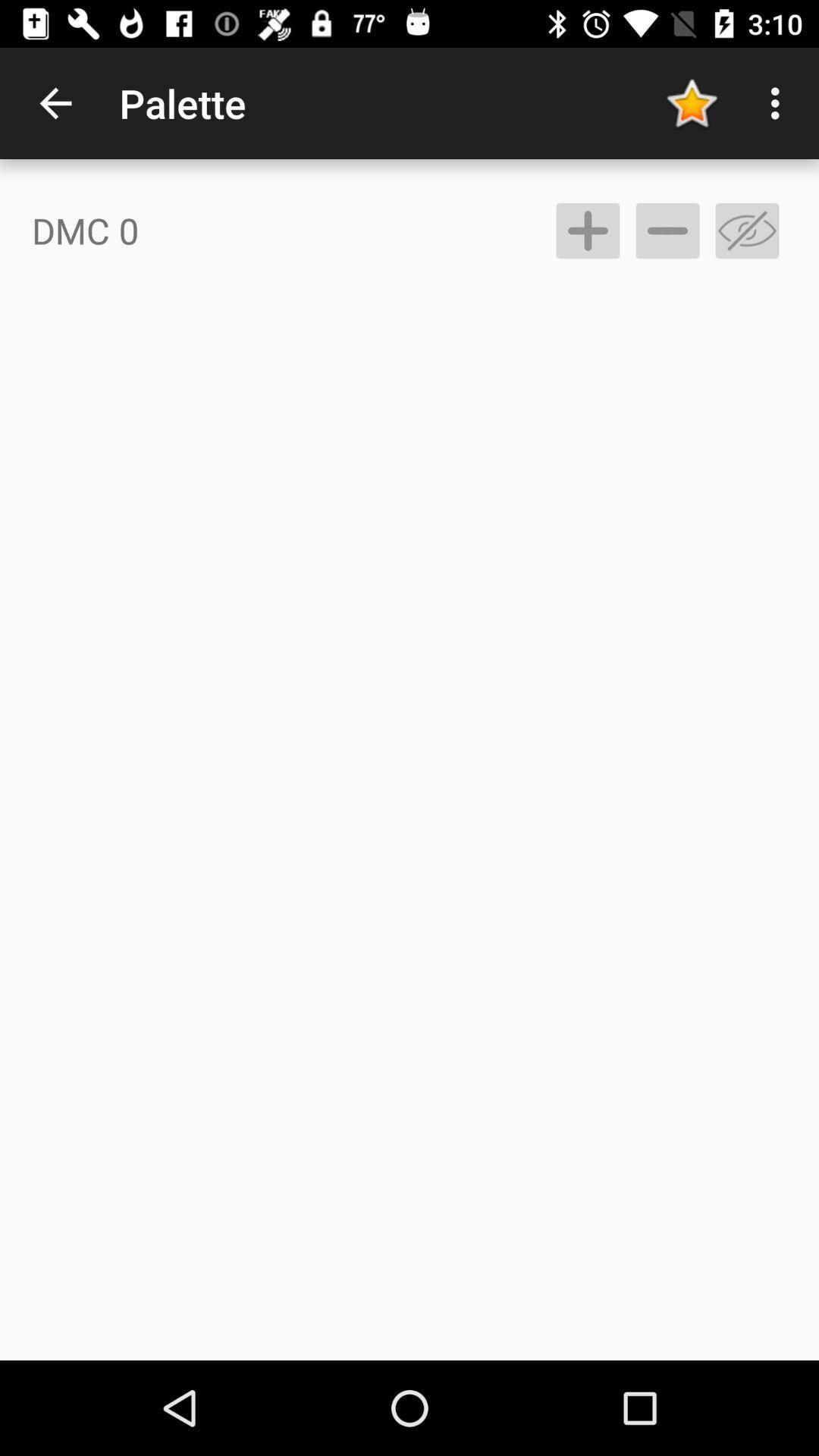 The image size is (819, 1456). Describe the element at coordinates (587, 230) in the screenshot. I see `more` at that location.